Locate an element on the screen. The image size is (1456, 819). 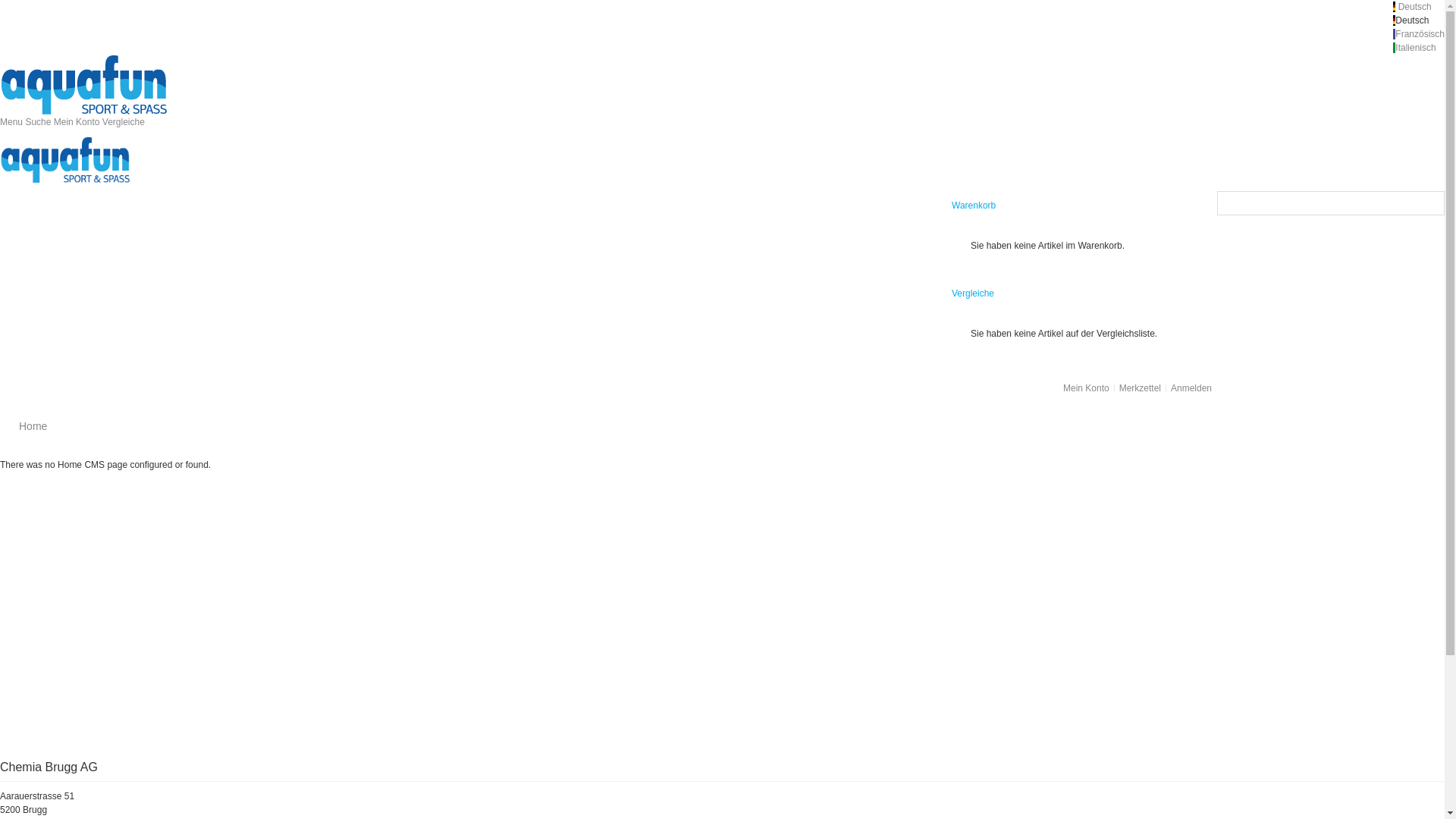
'  Deutsch  ' is located at coordinates (1393, 6).